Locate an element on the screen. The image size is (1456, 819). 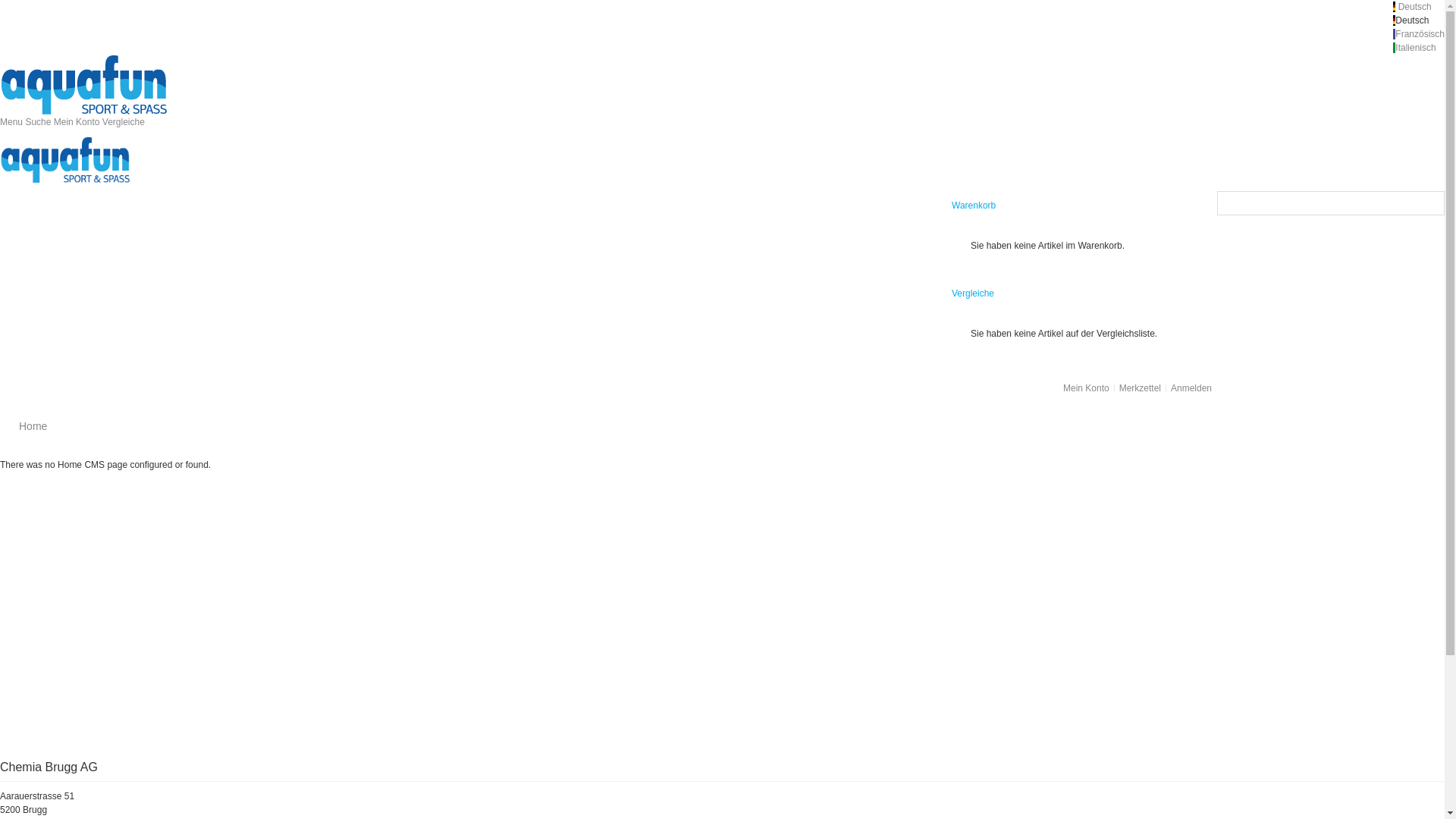
'  Deutsch  ' is located at coordinates (1393, 6).